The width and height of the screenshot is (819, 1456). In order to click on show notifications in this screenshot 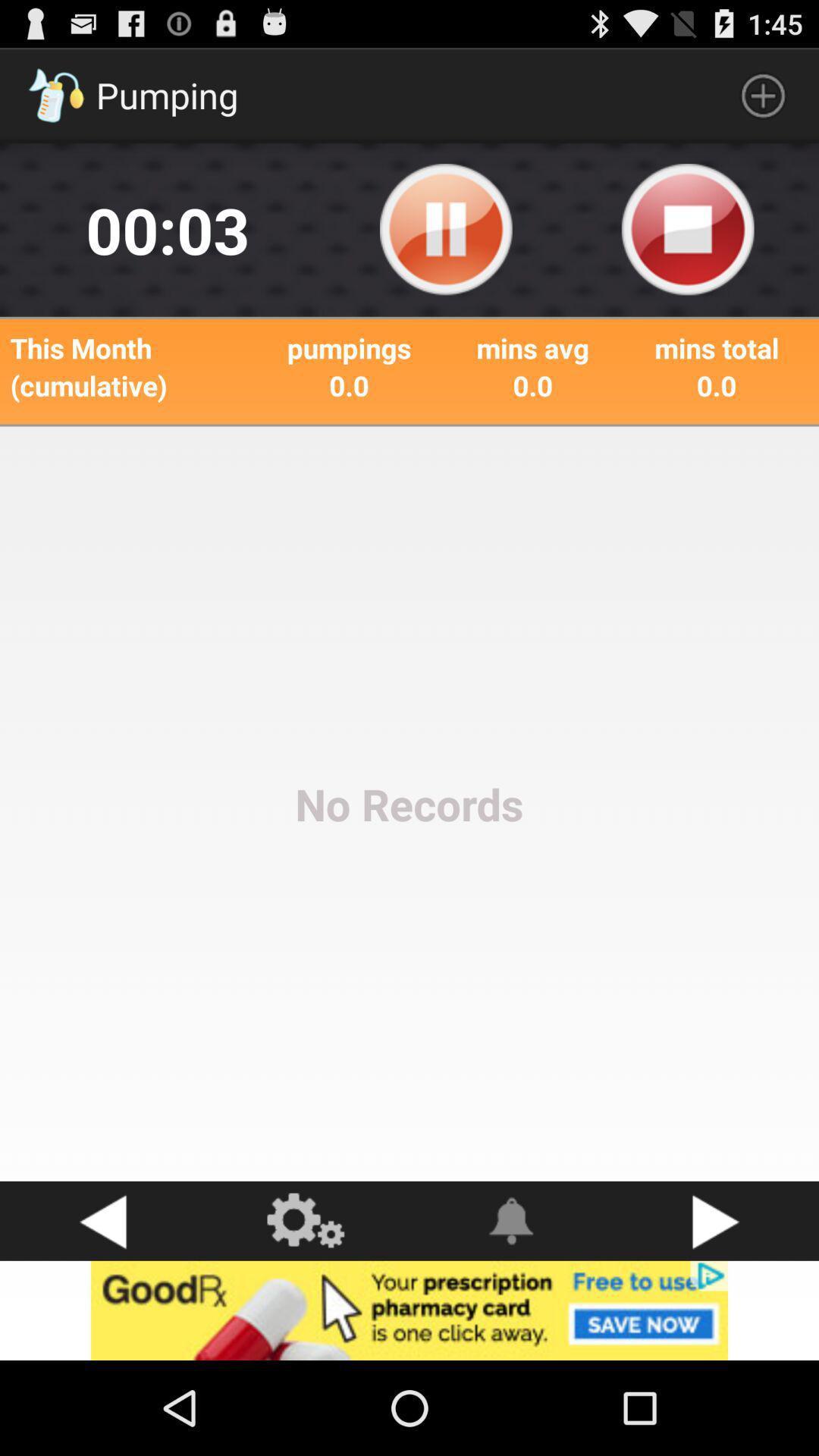, I will do `click(512, 1221)`.